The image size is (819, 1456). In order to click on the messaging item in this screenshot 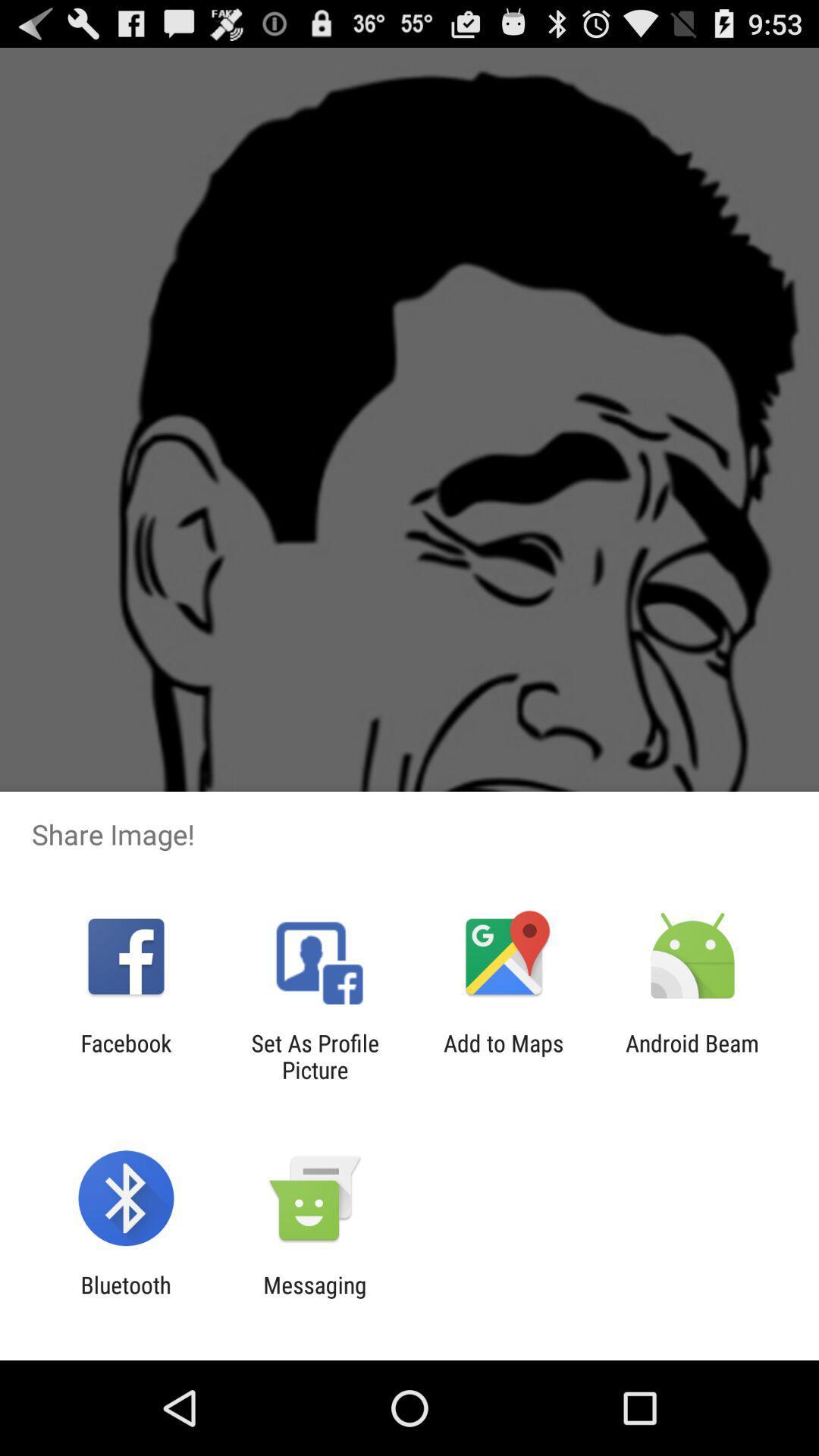, I will do `click(314, 1298)`.